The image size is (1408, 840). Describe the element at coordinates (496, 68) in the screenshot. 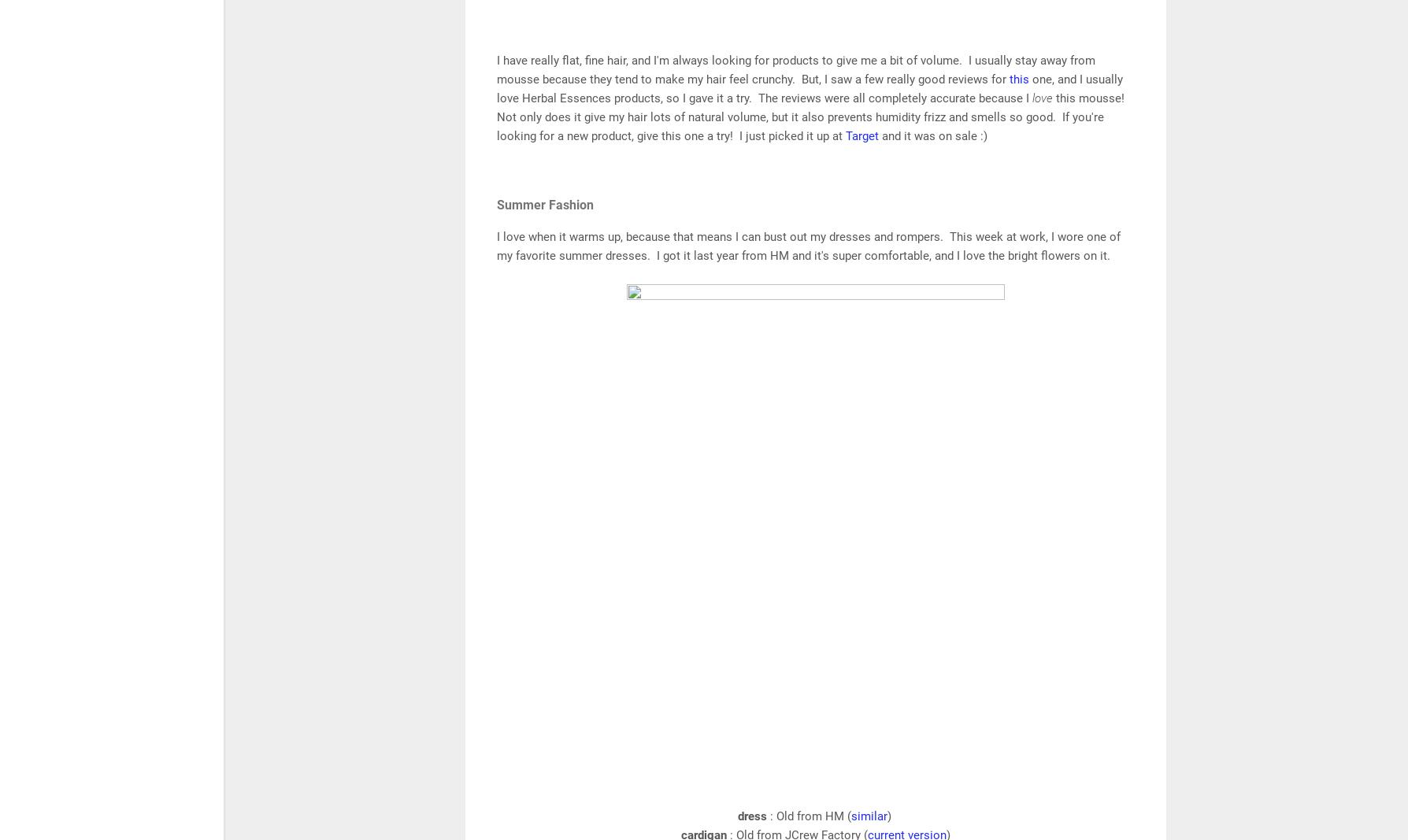

I see `'I have really flat, fine hair, and I'm always looking for products to give me a bit of volume.  I usually stay away from mousse because they tend to make my hair feel crunchy.  But, I saw a few really good reviews for'` at that location.